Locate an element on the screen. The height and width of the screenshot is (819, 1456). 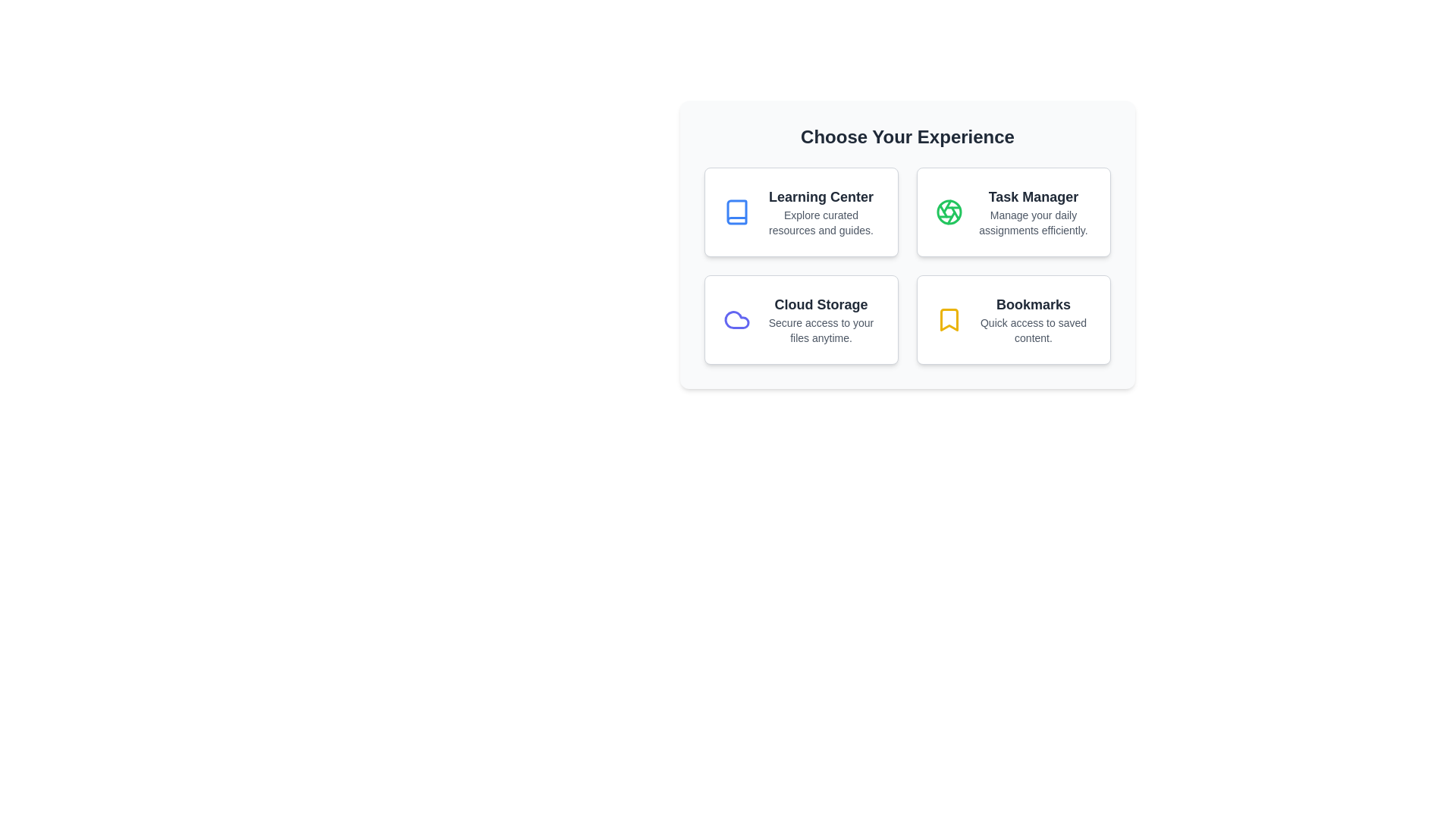
descriptive text located beneath the 'Task Manager' heading in the upper-right card of the grid layout is located at coordinates (1033, 222).